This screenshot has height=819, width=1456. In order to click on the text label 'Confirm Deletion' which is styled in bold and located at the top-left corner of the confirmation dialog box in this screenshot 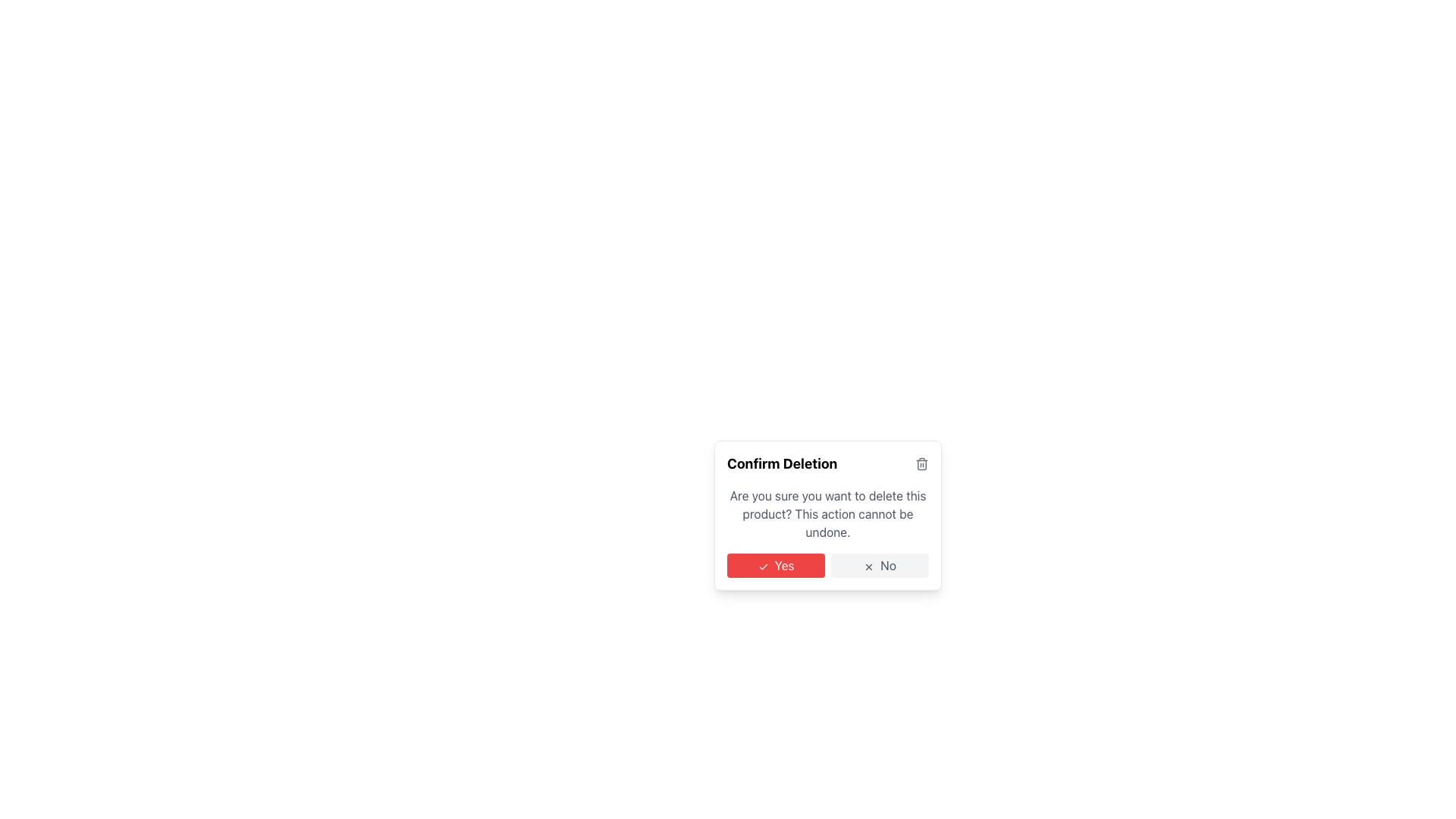, I will do `click(782, 463)`.